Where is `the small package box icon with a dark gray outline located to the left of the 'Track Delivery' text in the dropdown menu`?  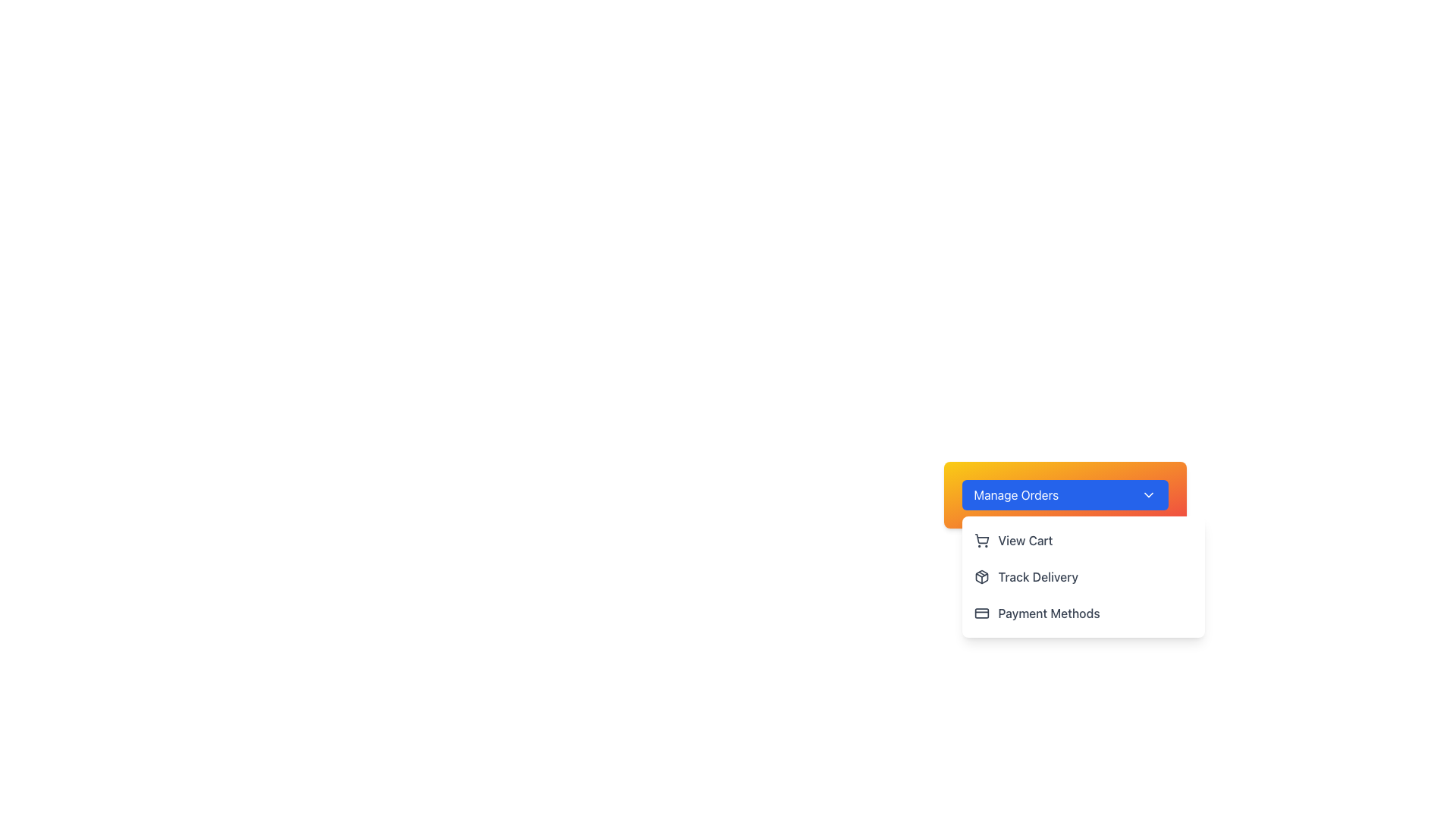 the small package box icon with a dark gray outline located to the left of the 'Track Delivery' text in the dropdown menu is located at coordinates (981, 576).